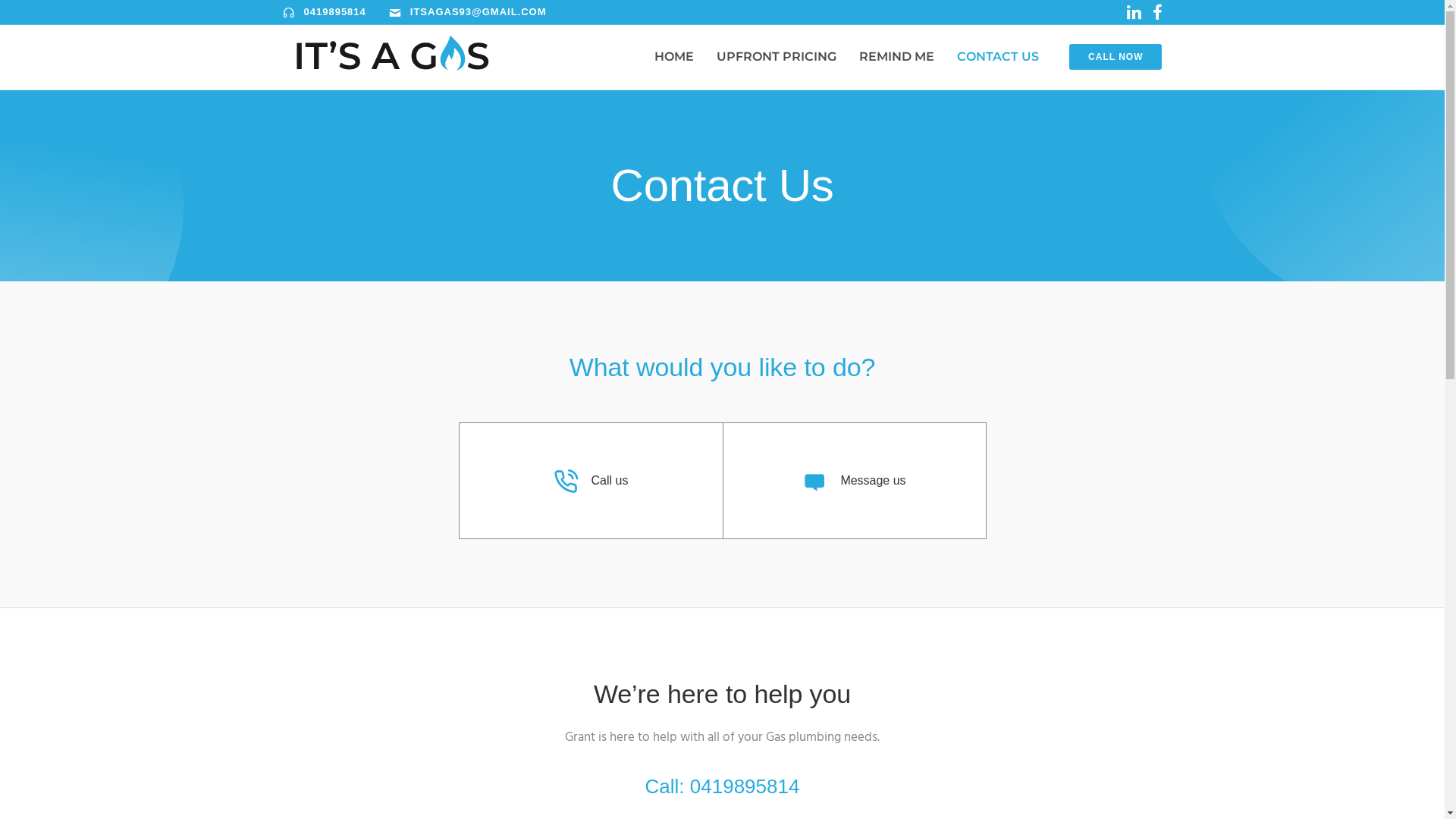 The image size is (1456, 819). What do you see at coordinates (1115, 55) in the screenshot?
I see `'CALL NOW'` at bounding box center [1115, 55].